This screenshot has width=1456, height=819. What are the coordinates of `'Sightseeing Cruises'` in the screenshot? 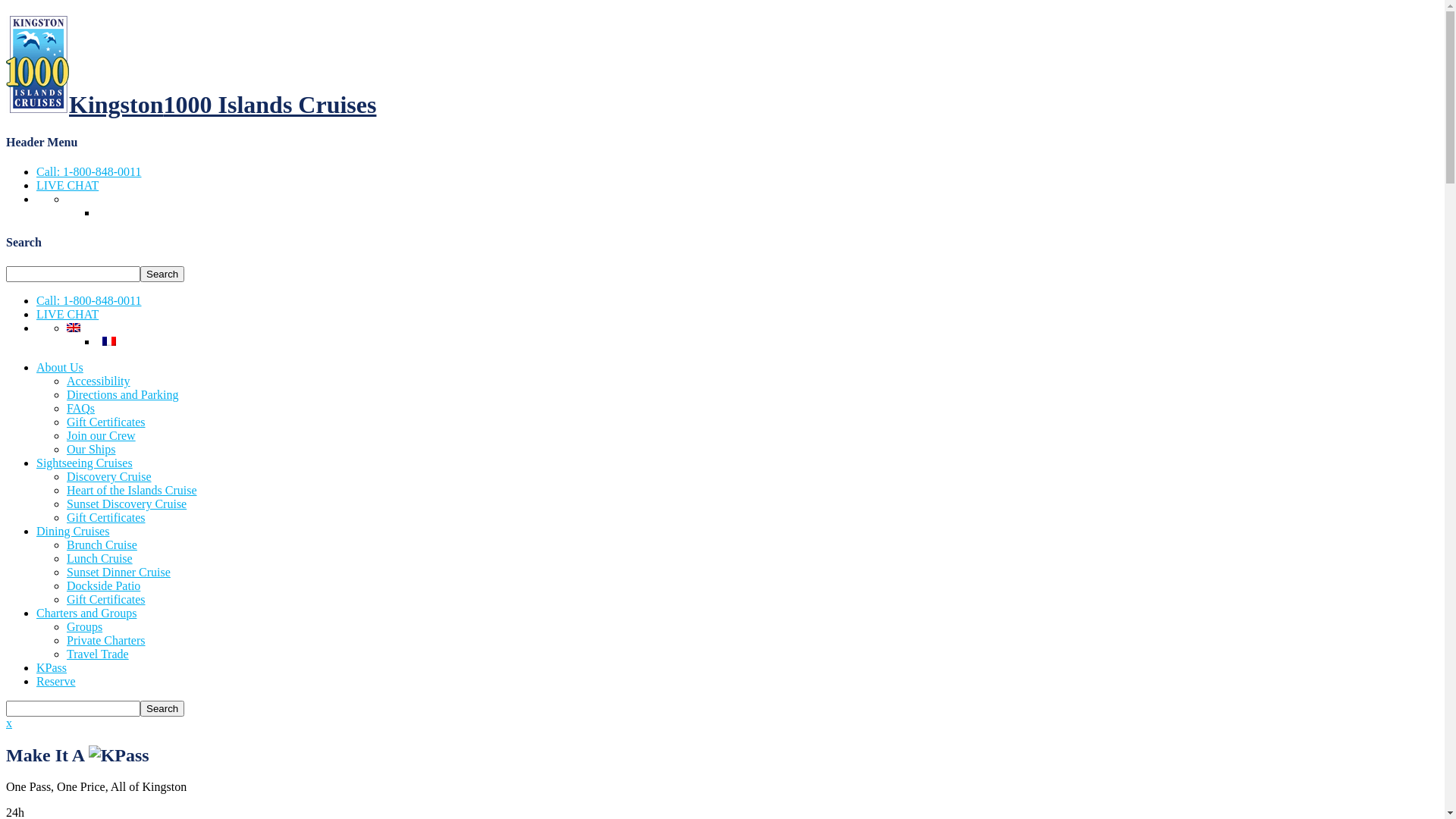 It's located at (83, 462).